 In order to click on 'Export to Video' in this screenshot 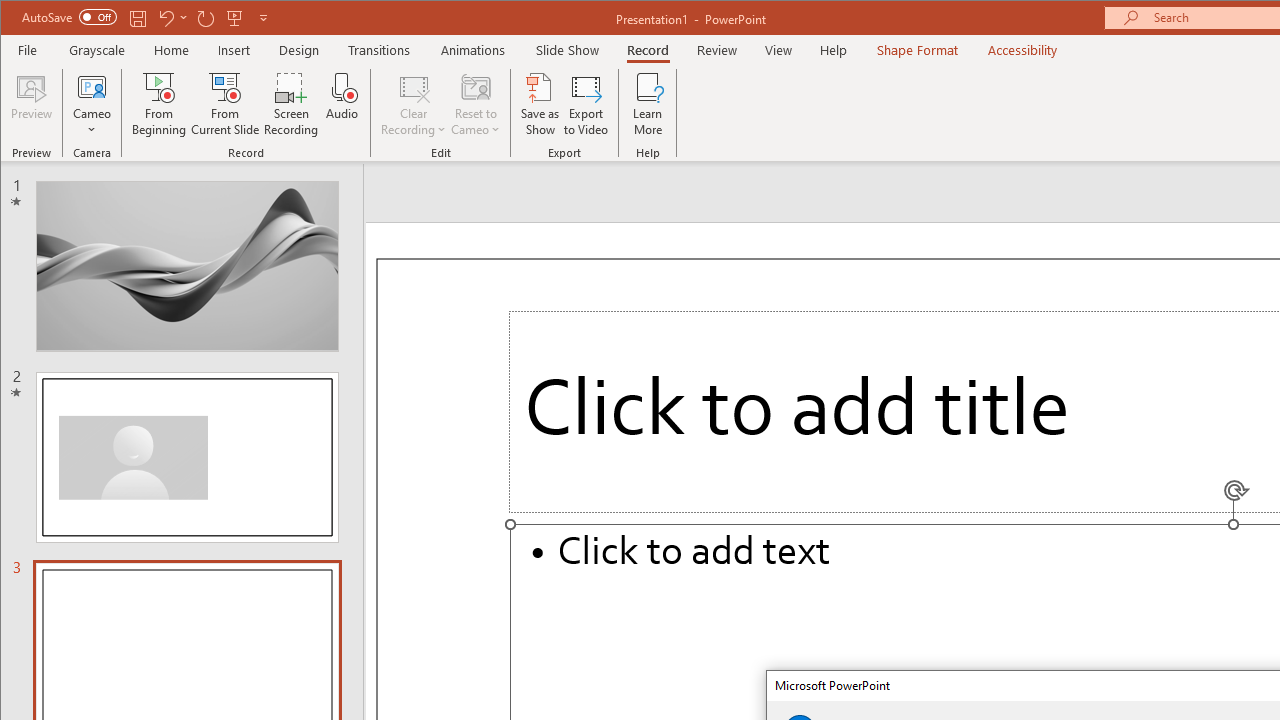, I will do `click(585, 104)`.